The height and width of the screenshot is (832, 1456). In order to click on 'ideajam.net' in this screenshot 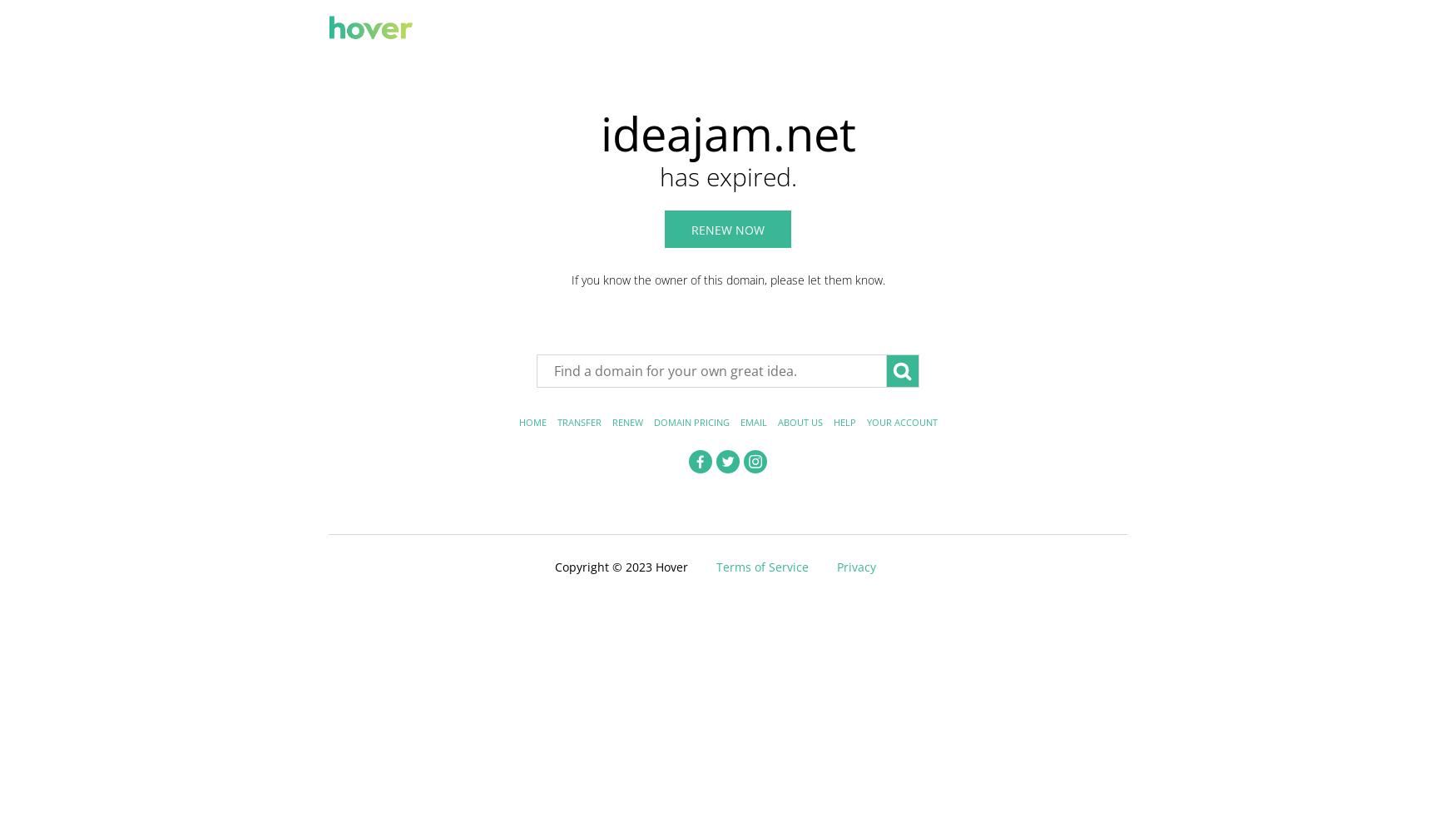, I will do `click(727, 133)`.